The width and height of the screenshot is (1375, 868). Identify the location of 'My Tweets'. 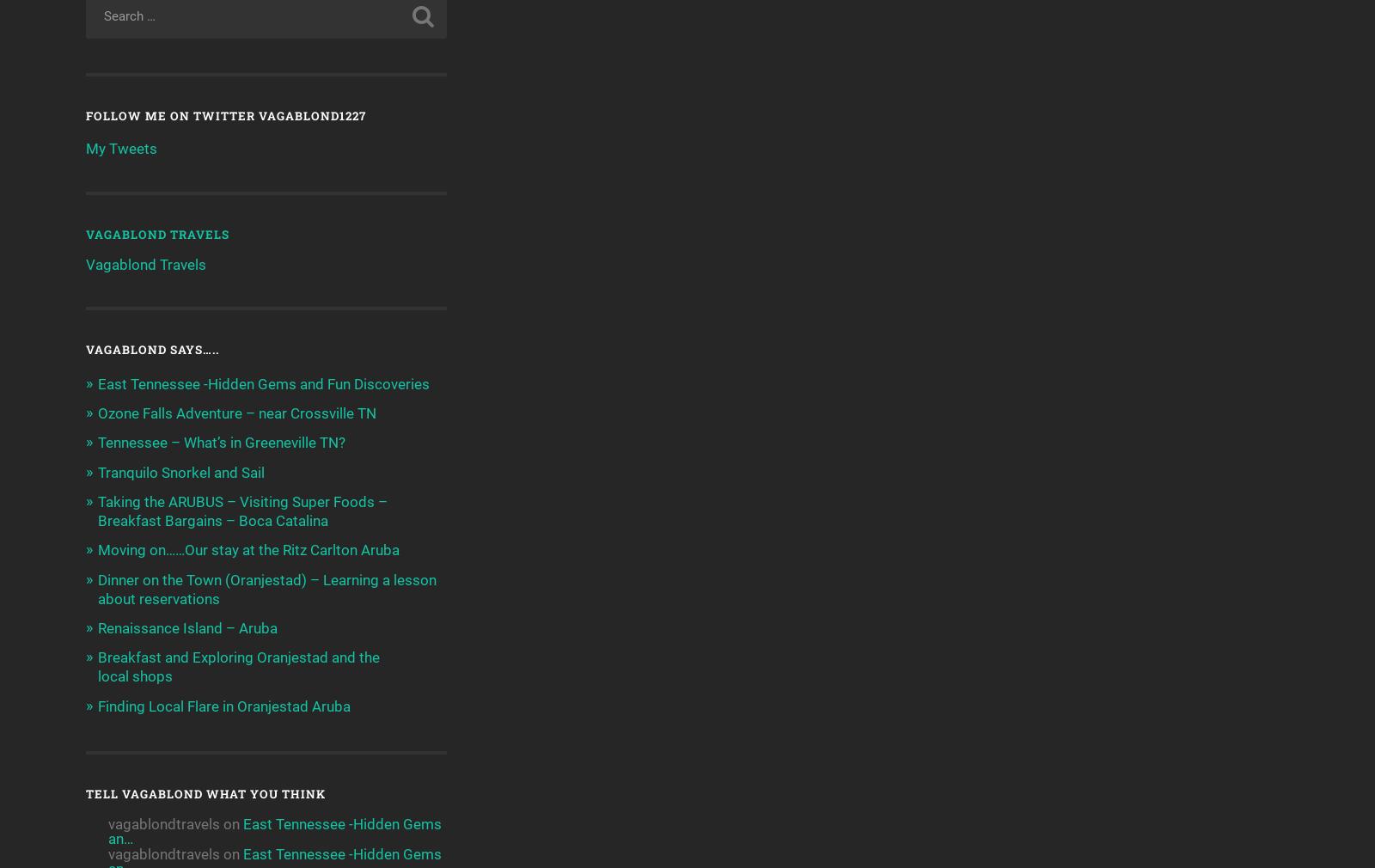
(120, 147).